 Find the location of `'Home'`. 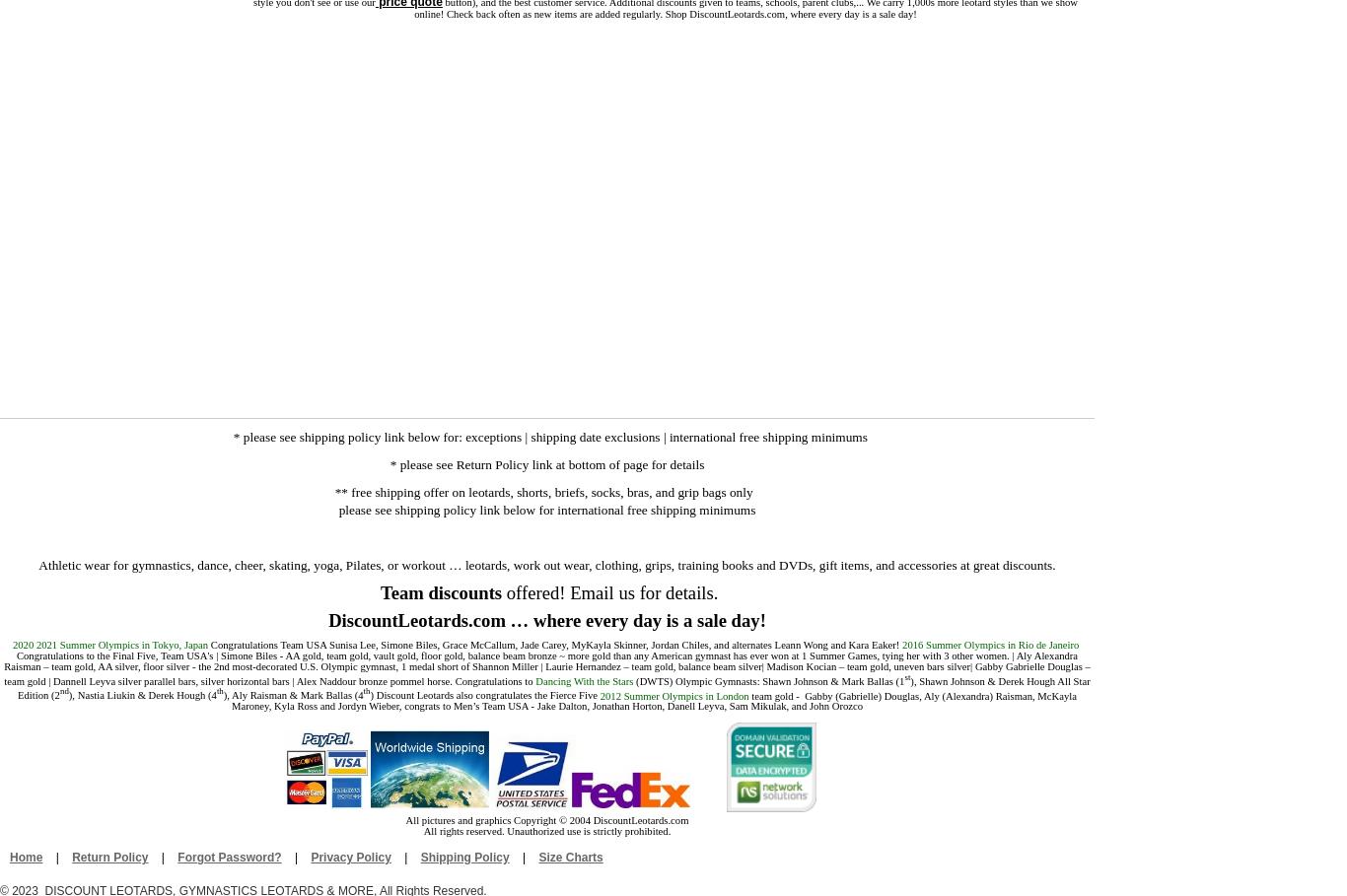

'Home' is located at coordinates (26, 857).